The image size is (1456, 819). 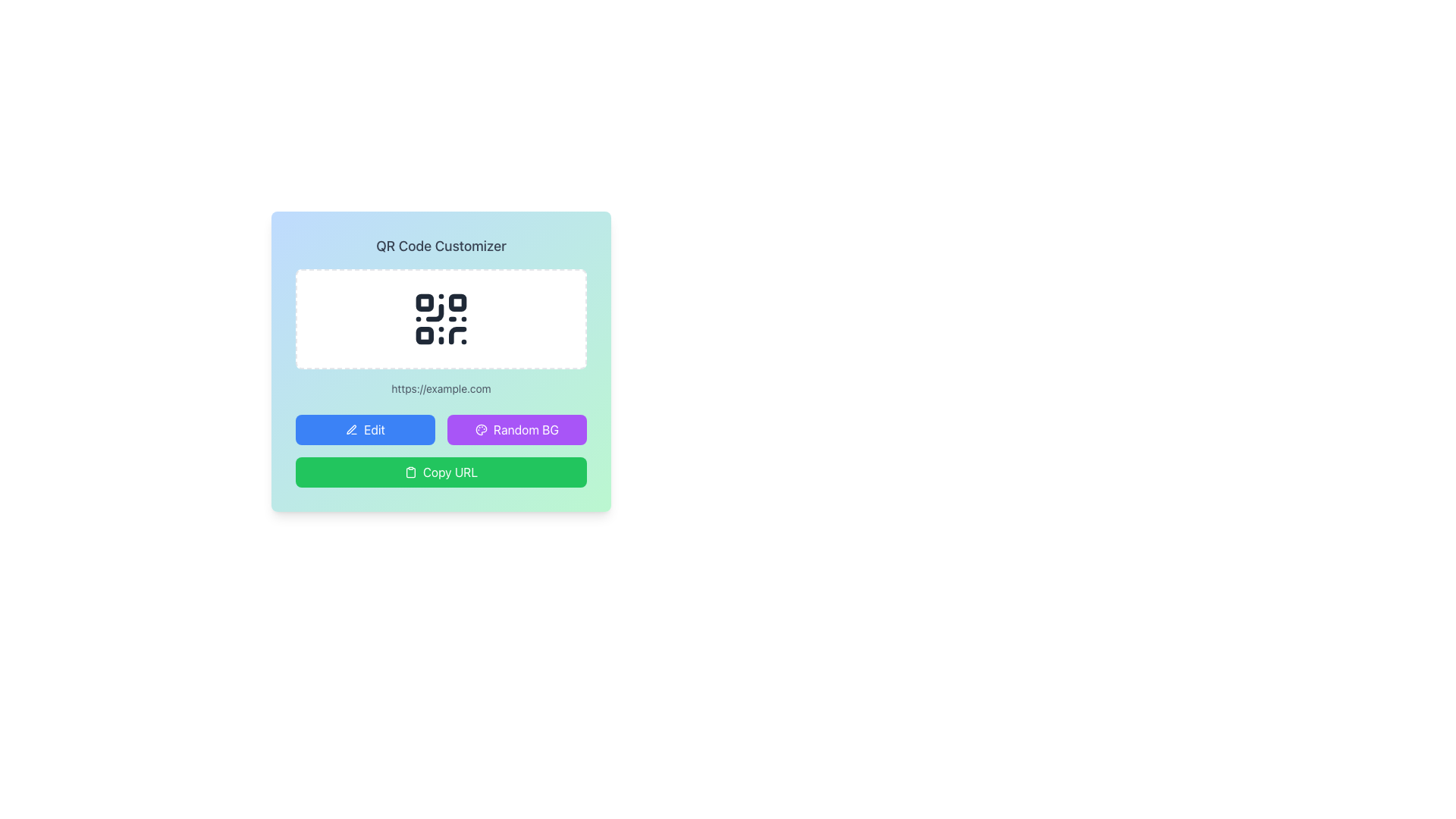 What do you see at coordinates (516, 430) in the screenshot?
I see `the button that randomizes or selects a background color/design for the QR Code, located in the second column below the QR Code image` at bounding box center [516, 430].